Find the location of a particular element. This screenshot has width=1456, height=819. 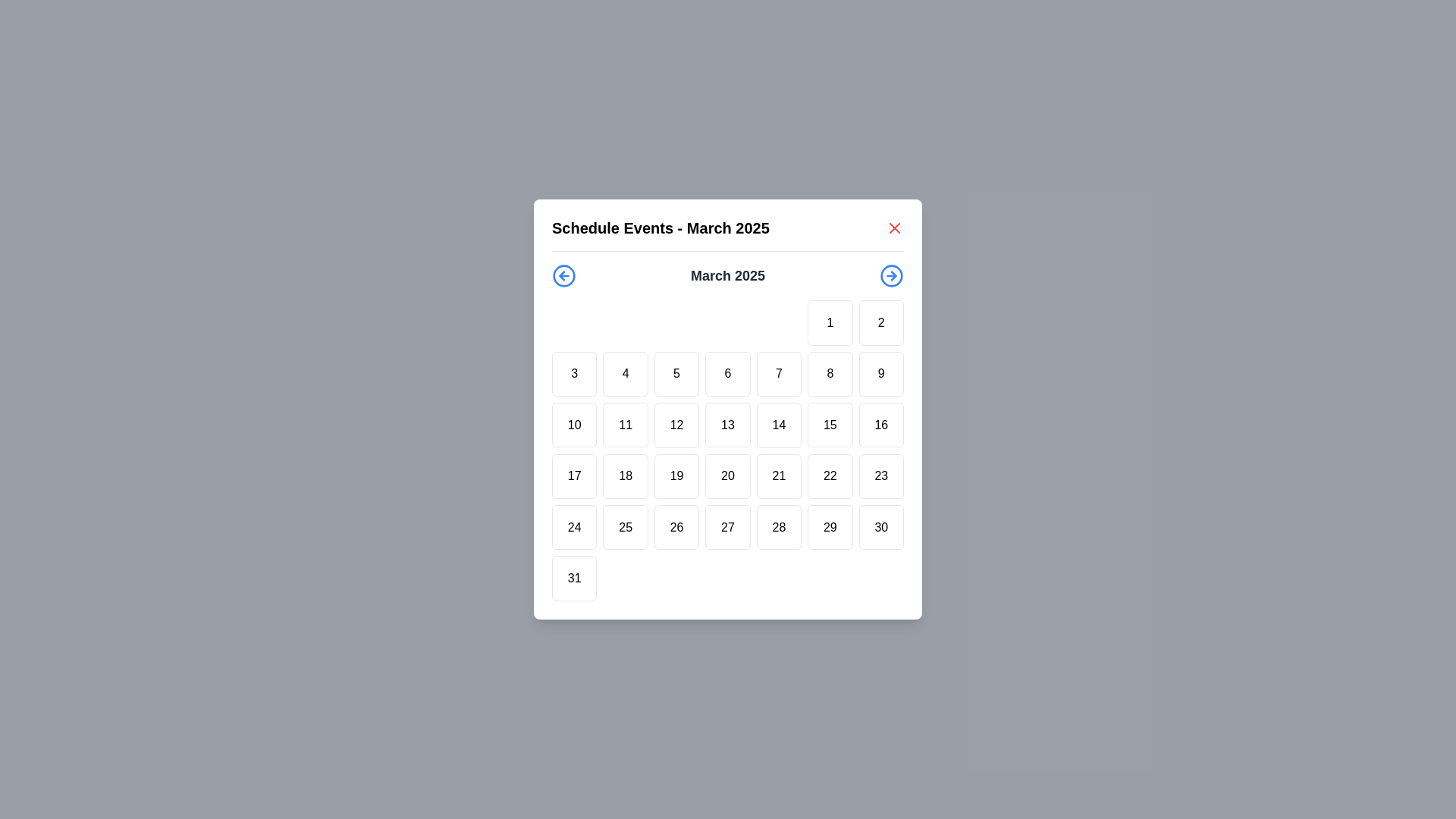

the circular button with a leftward arrow located to the left of the text 'March 2025' in the calendar dialog header is located at coordinates (563, 275).